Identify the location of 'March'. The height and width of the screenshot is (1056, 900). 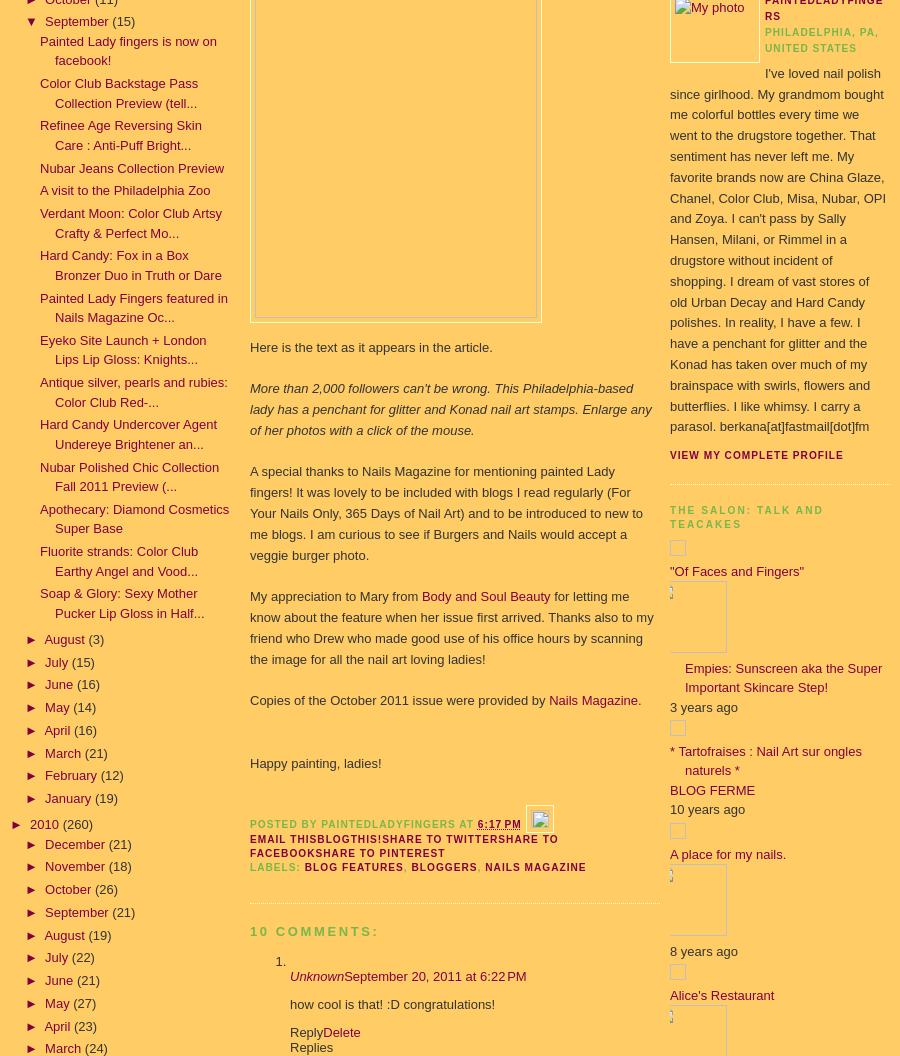
(44, 751).